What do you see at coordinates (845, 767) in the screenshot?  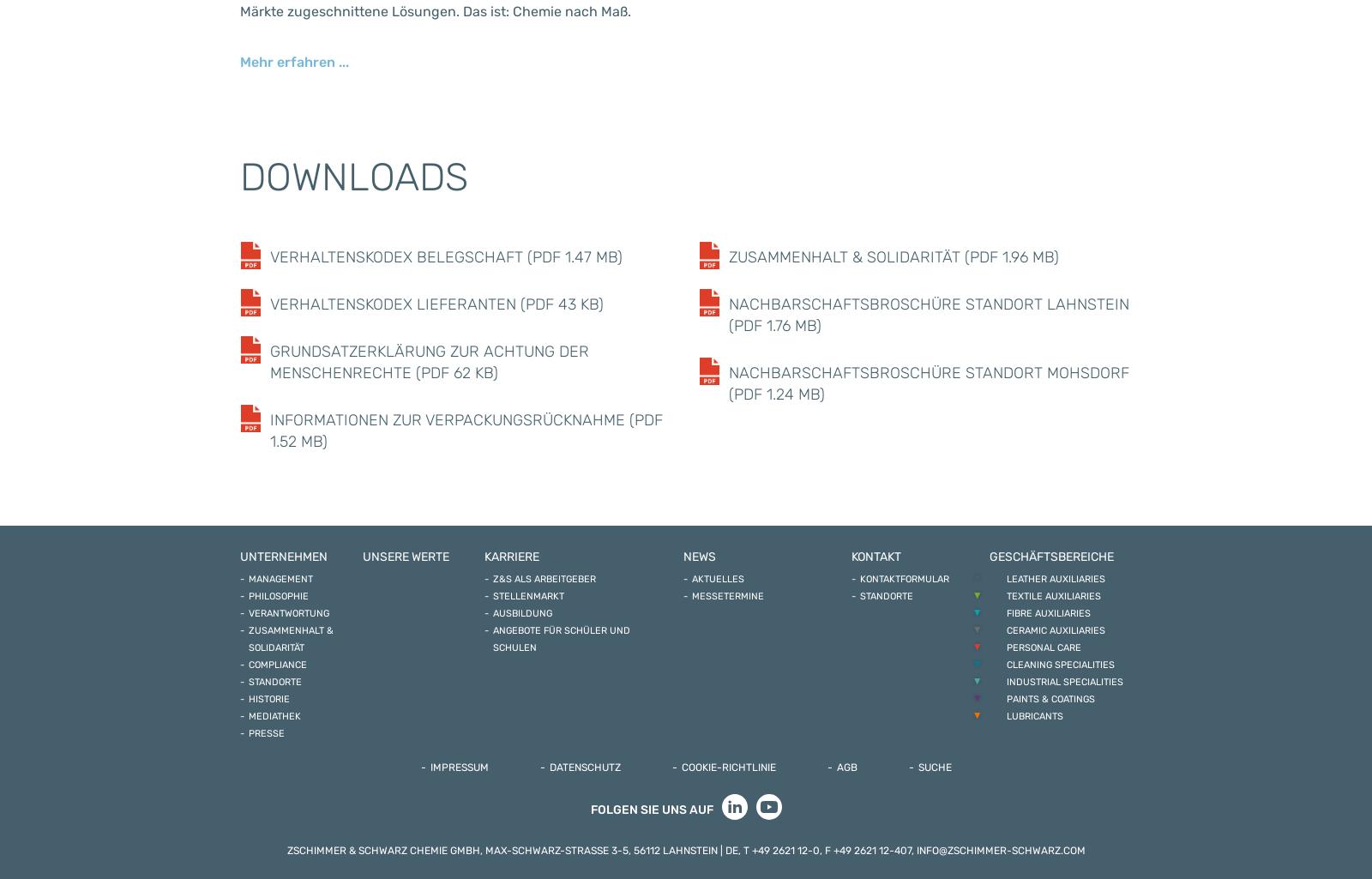 I see `'AGB'` at bounding box center [845, 767].